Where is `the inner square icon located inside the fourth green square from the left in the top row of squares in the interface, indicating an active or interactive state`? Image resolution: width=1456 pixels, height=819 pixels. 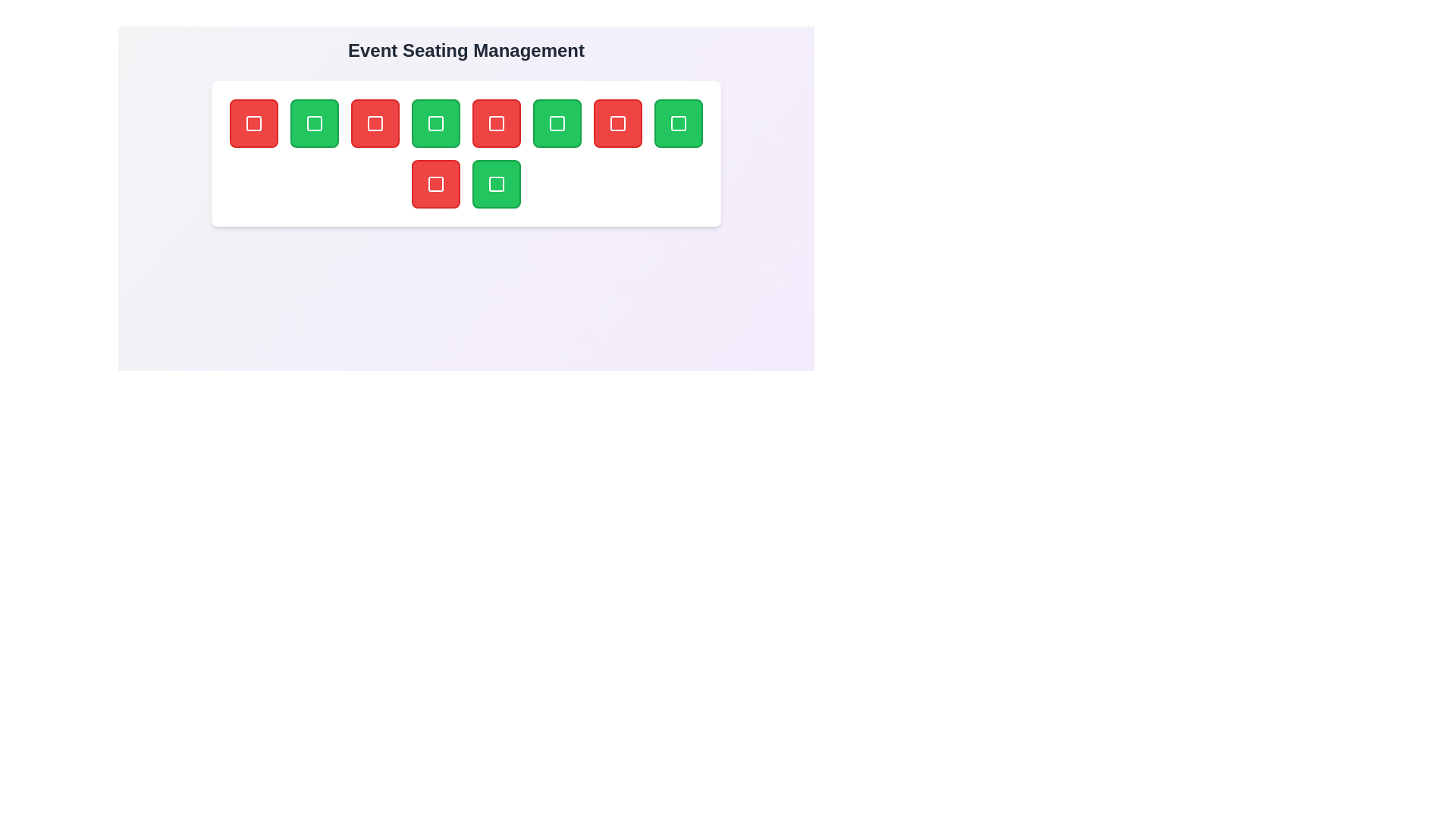 the inner square icon located inside the fourth green square from the left in the top row of squares in the interface, indicating an active or interactive state is located at coordinates (556, 122).